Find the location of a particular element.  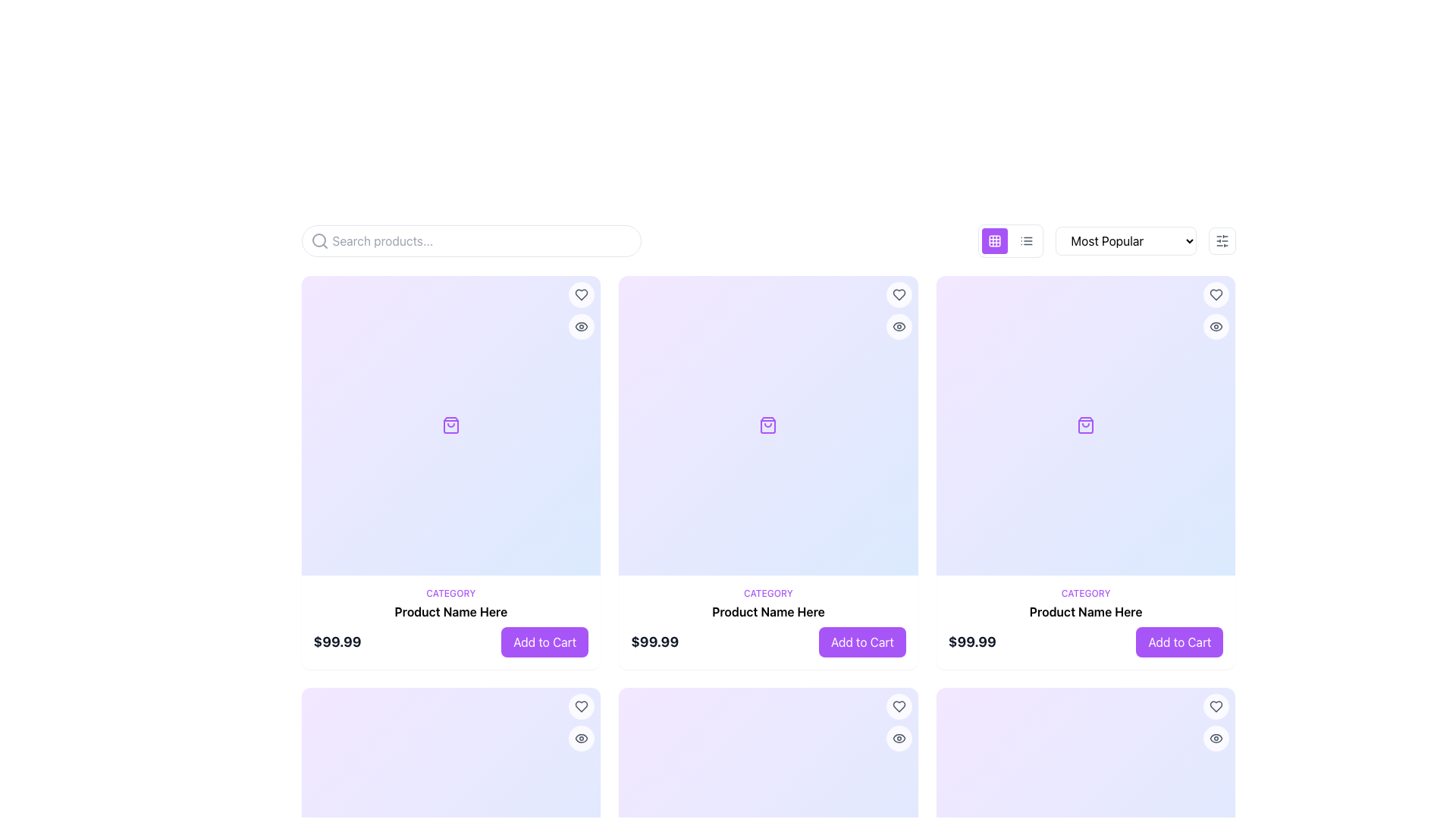

the product name text label located centrally within the card layout, positioned below the 'CATEGORY' label and above the price and 'Add to Cart' button is located at coordinates (450, 610).